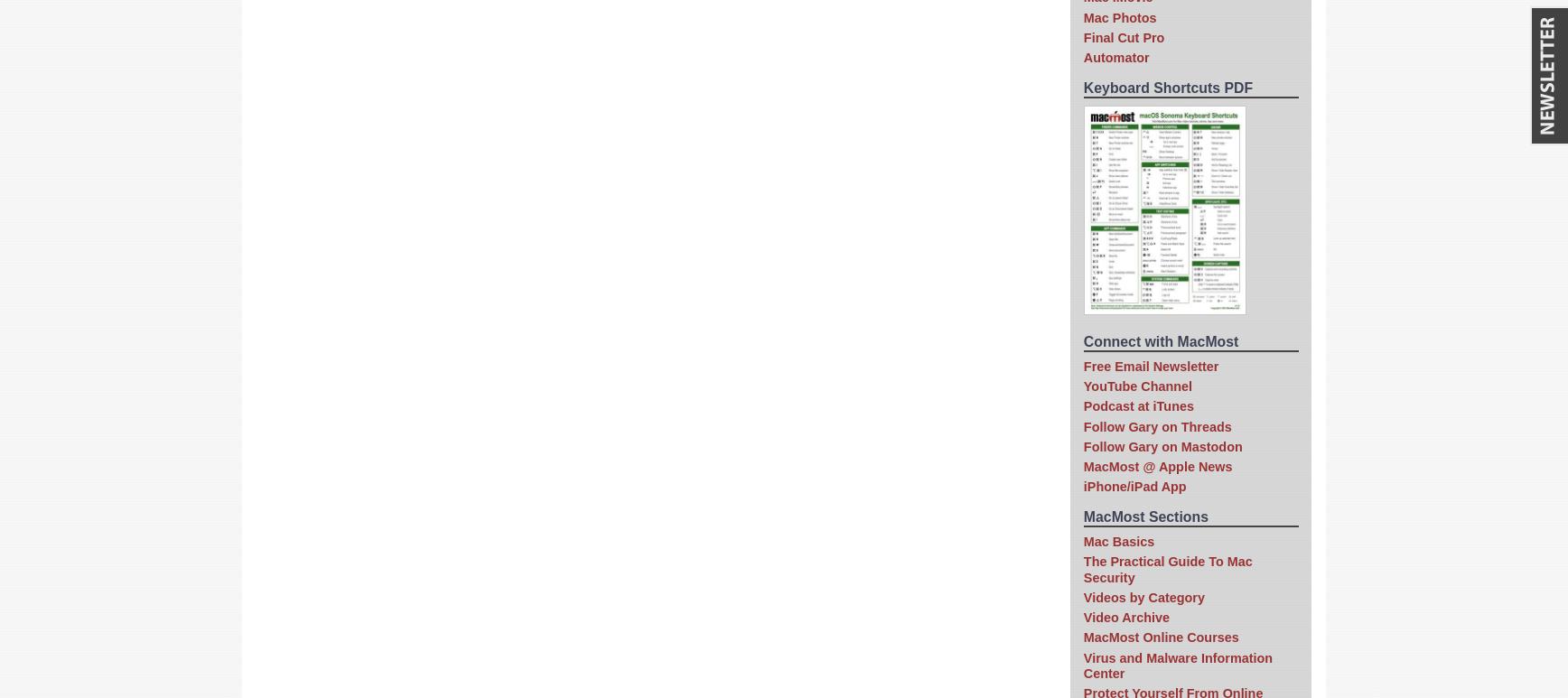 This screenshot has height=698, width=1568. What do you see at coordinates (1124, 35) in the screenshot?
I see `'Final Cut Pro'` at bounding box center [1124, 35].